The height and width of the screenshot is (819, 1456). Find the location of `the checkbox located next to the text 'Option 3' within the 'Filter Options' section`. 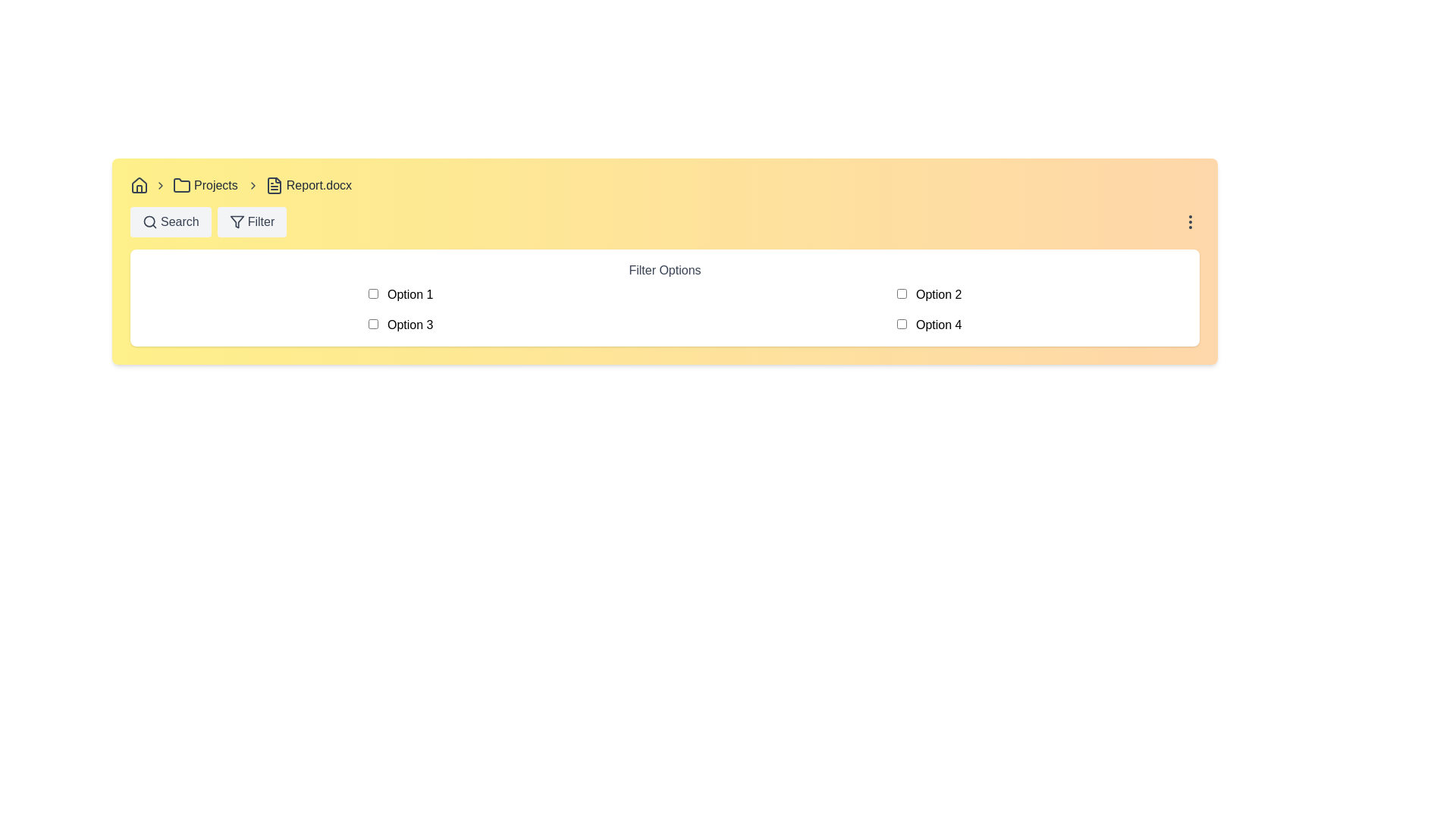

the checkbox located next to the text 'Option 3' within the 'Filter Options' section is located at coordinates (373, 323).